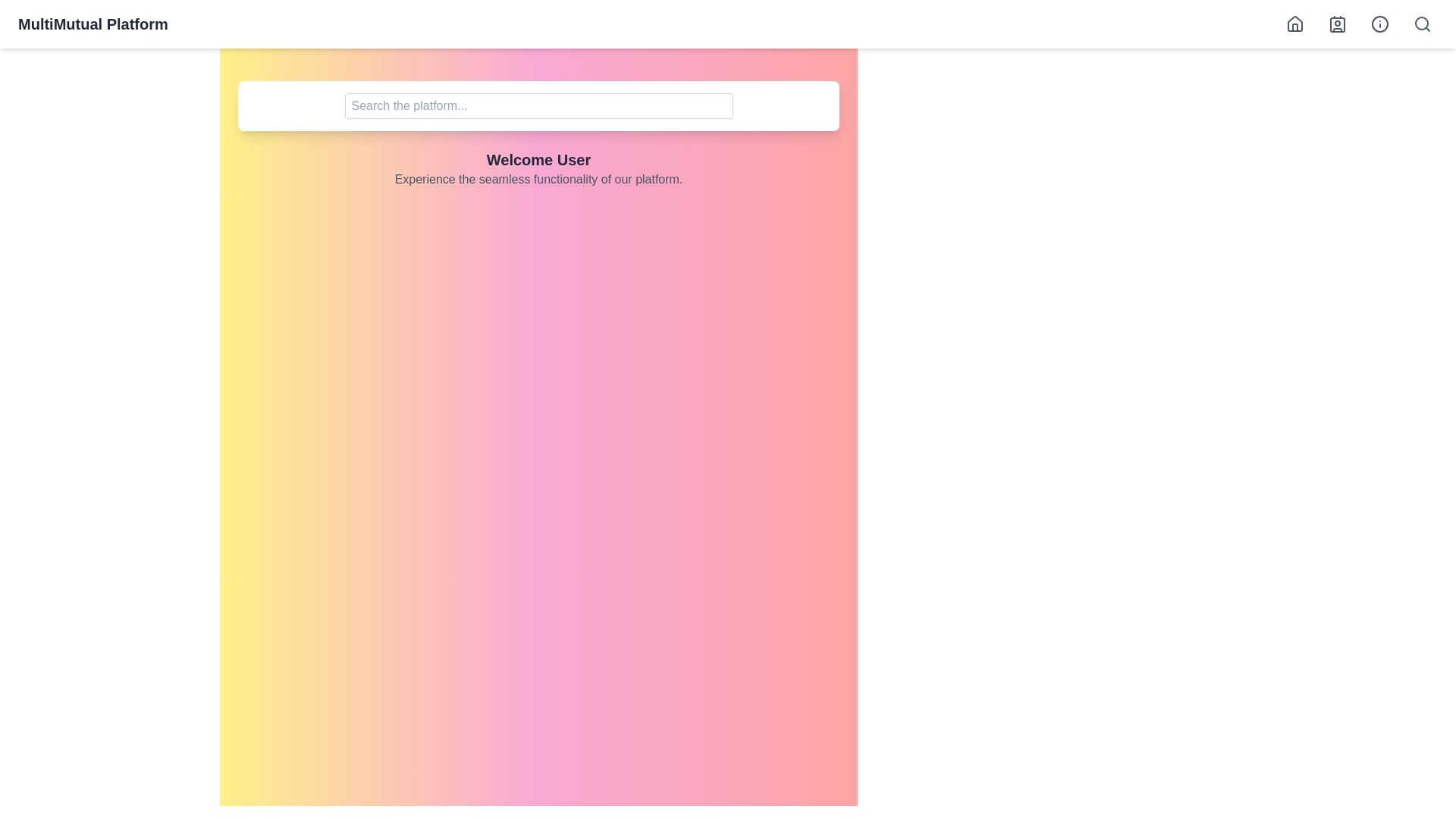 The image size is (1456, 819). I want to click on the home button to navigate, so click(1294, 24).